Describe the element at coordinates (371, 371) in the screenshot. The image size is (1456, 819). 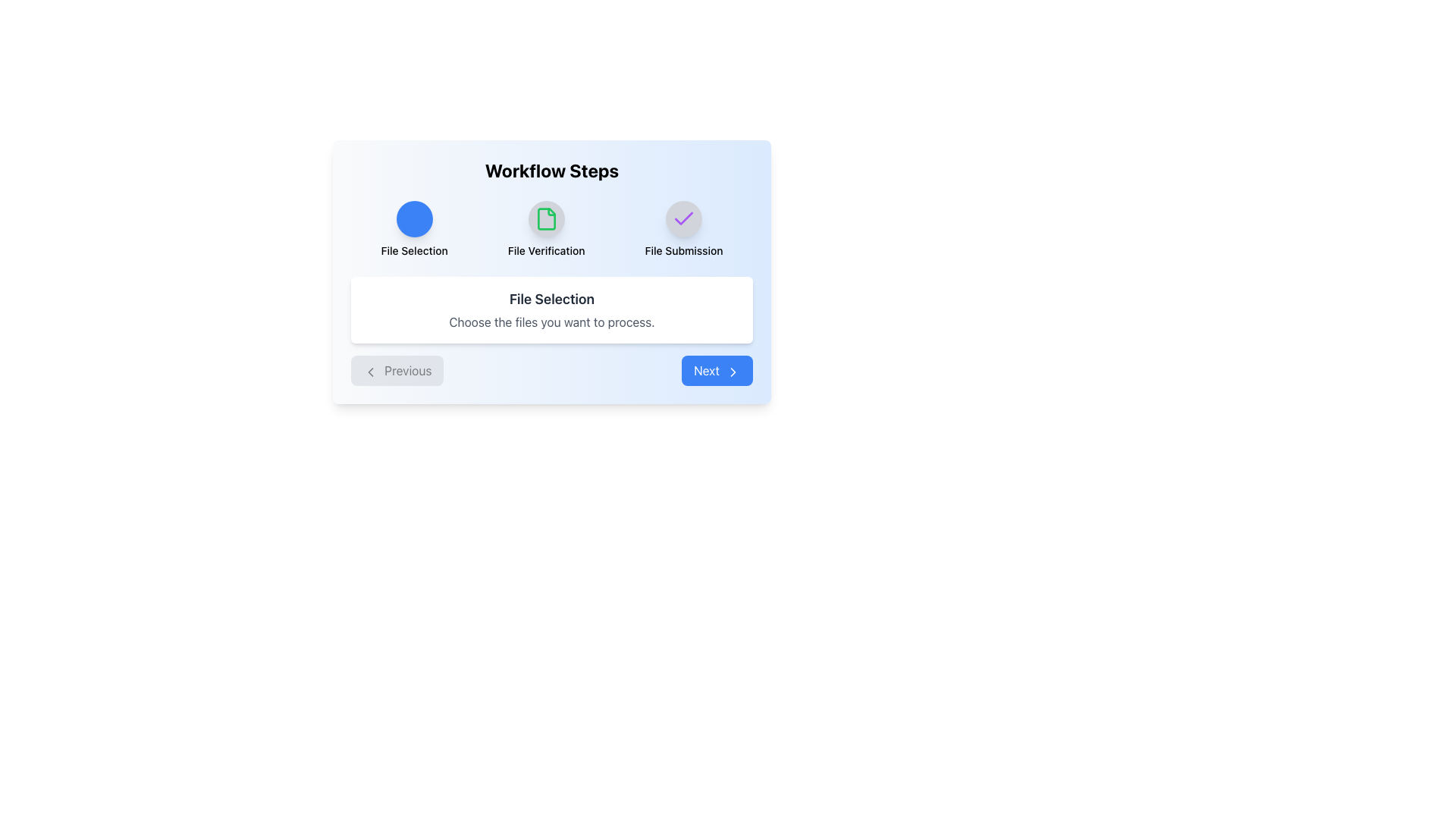
I see `the left-pointing chevron arrow icon for the 'Previous' button, which indicates backward navigation in the sequence` at that location.